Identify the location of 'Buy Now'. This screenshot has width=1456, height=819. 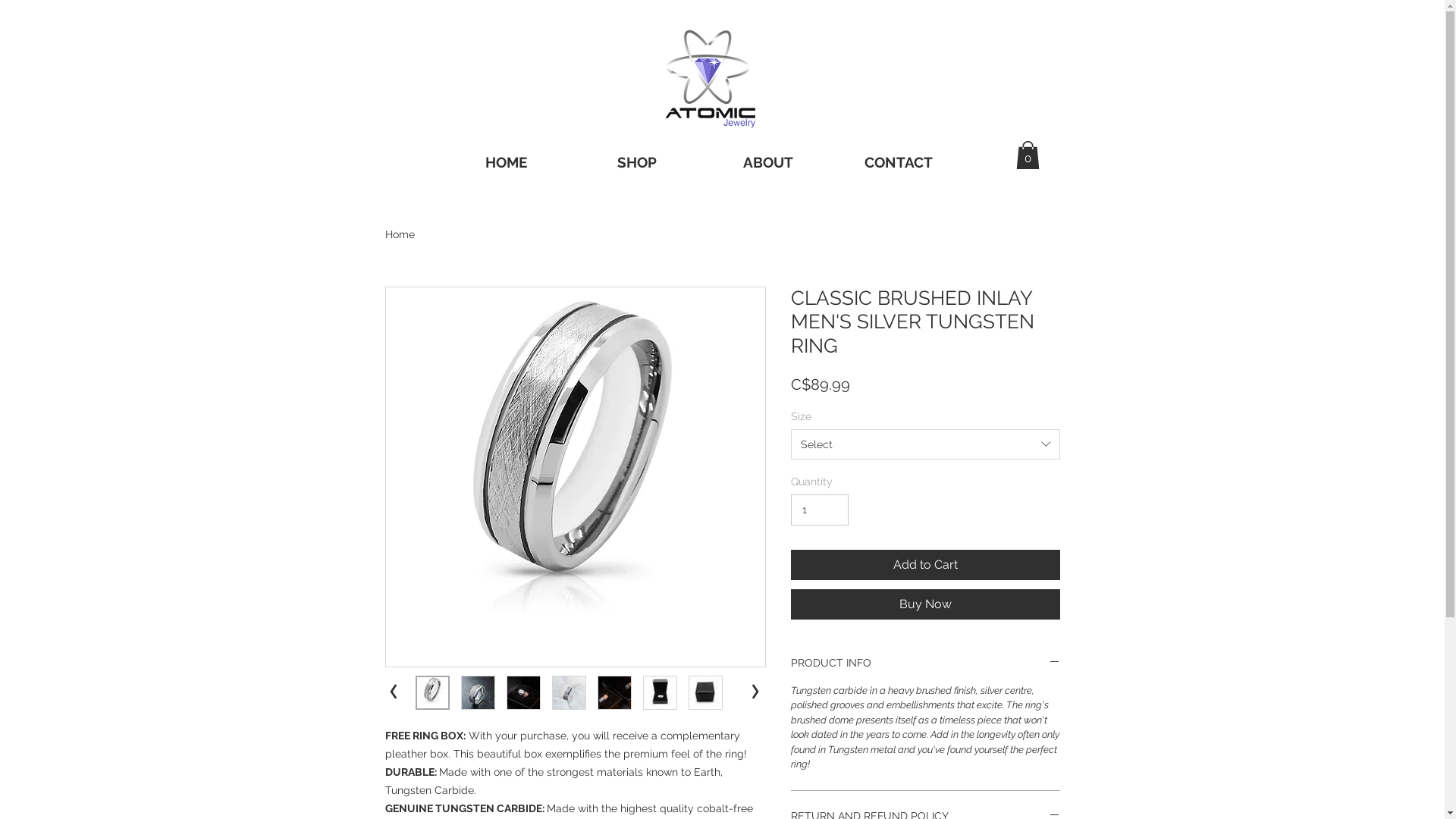
(924, 604).